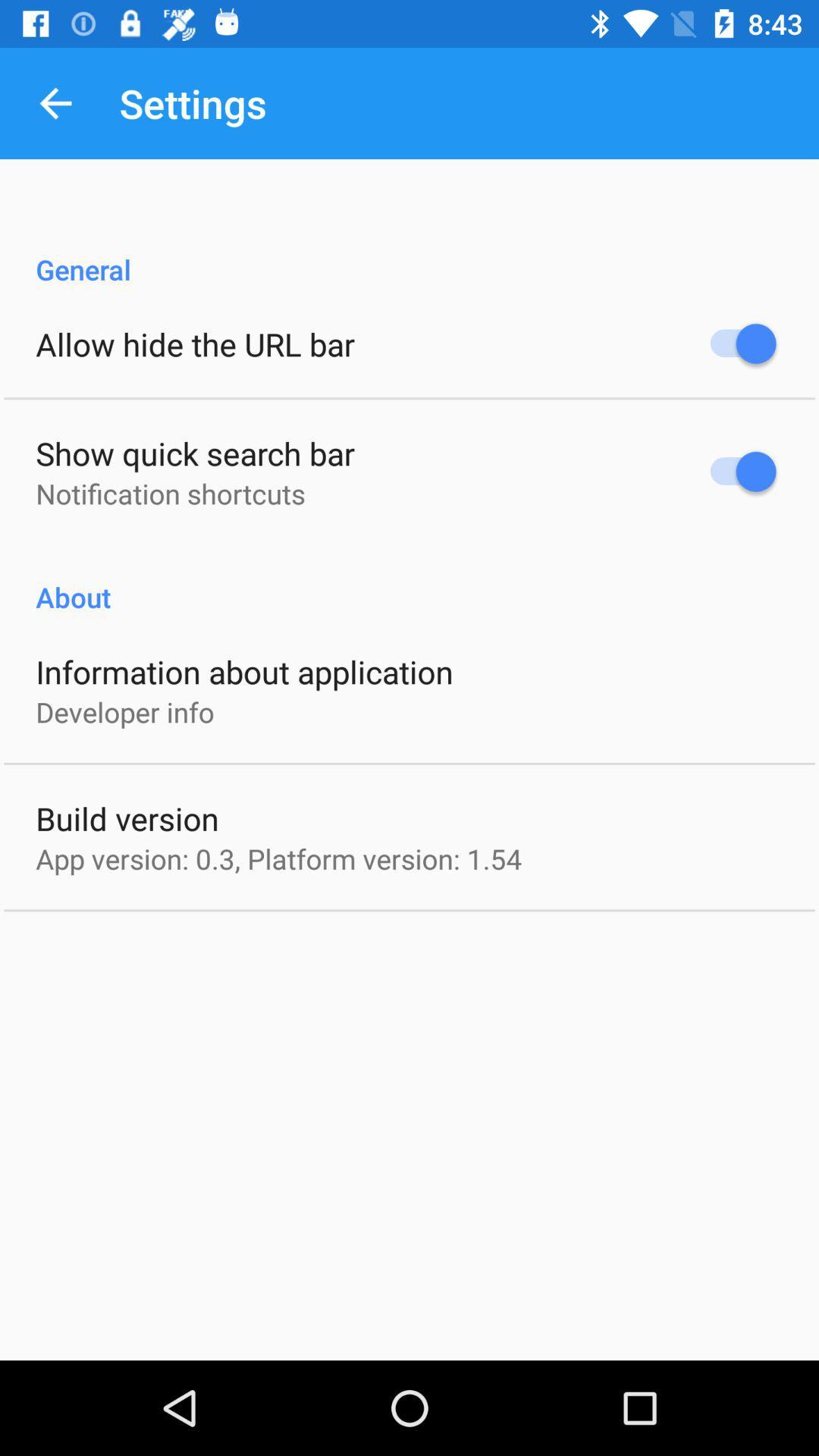 The image size is (819, 1456). Describe the element at coordinates (170, 494) in the screenshot. I see `notification shortcuts` at that location.